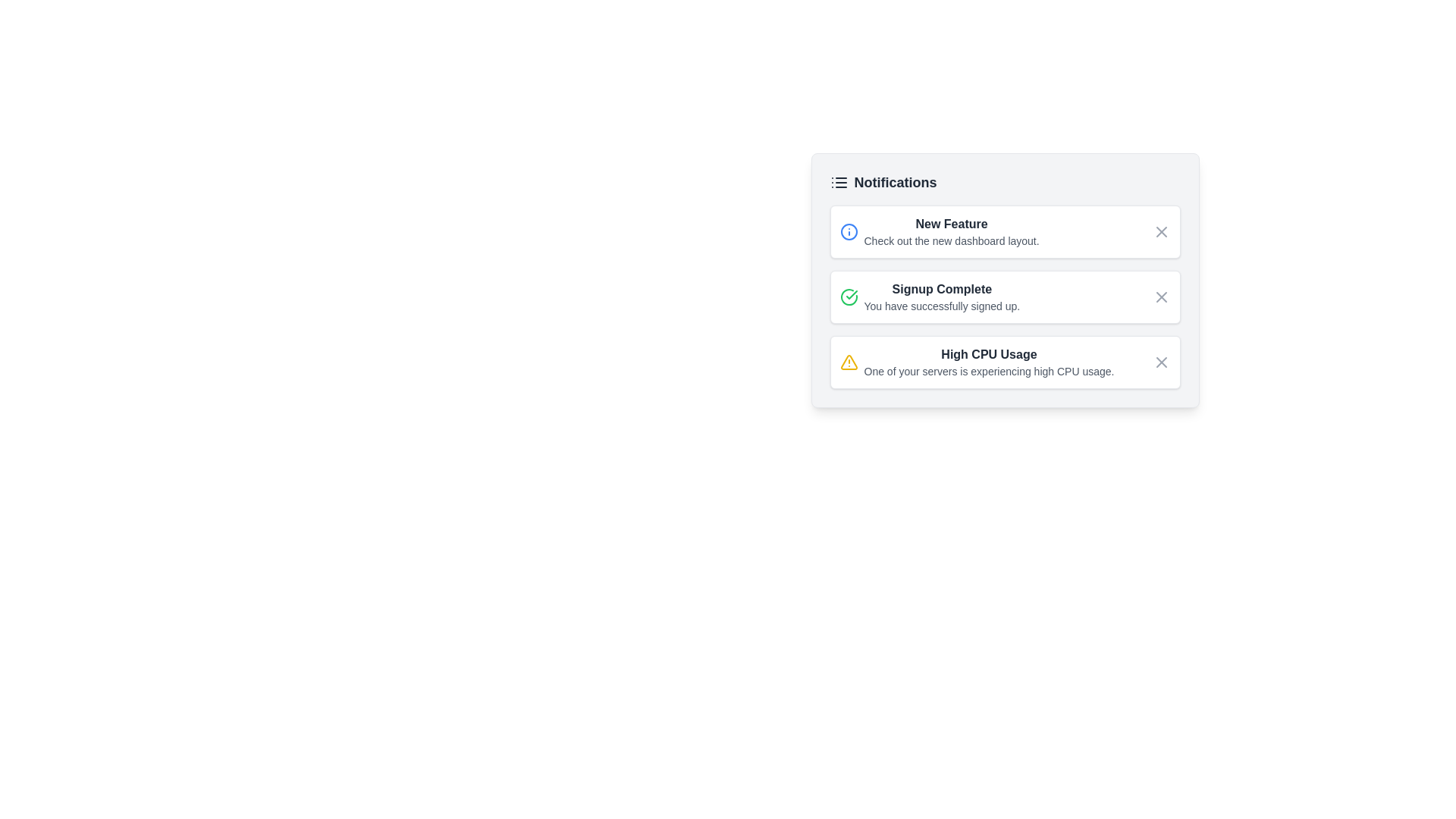 The image size is (1456, 819). I want to click on the warning icon indicating high CPU usage, which is the third item in the list of notifications, located to the left of the notification text 'High CPU Usage', so click(848, 362).